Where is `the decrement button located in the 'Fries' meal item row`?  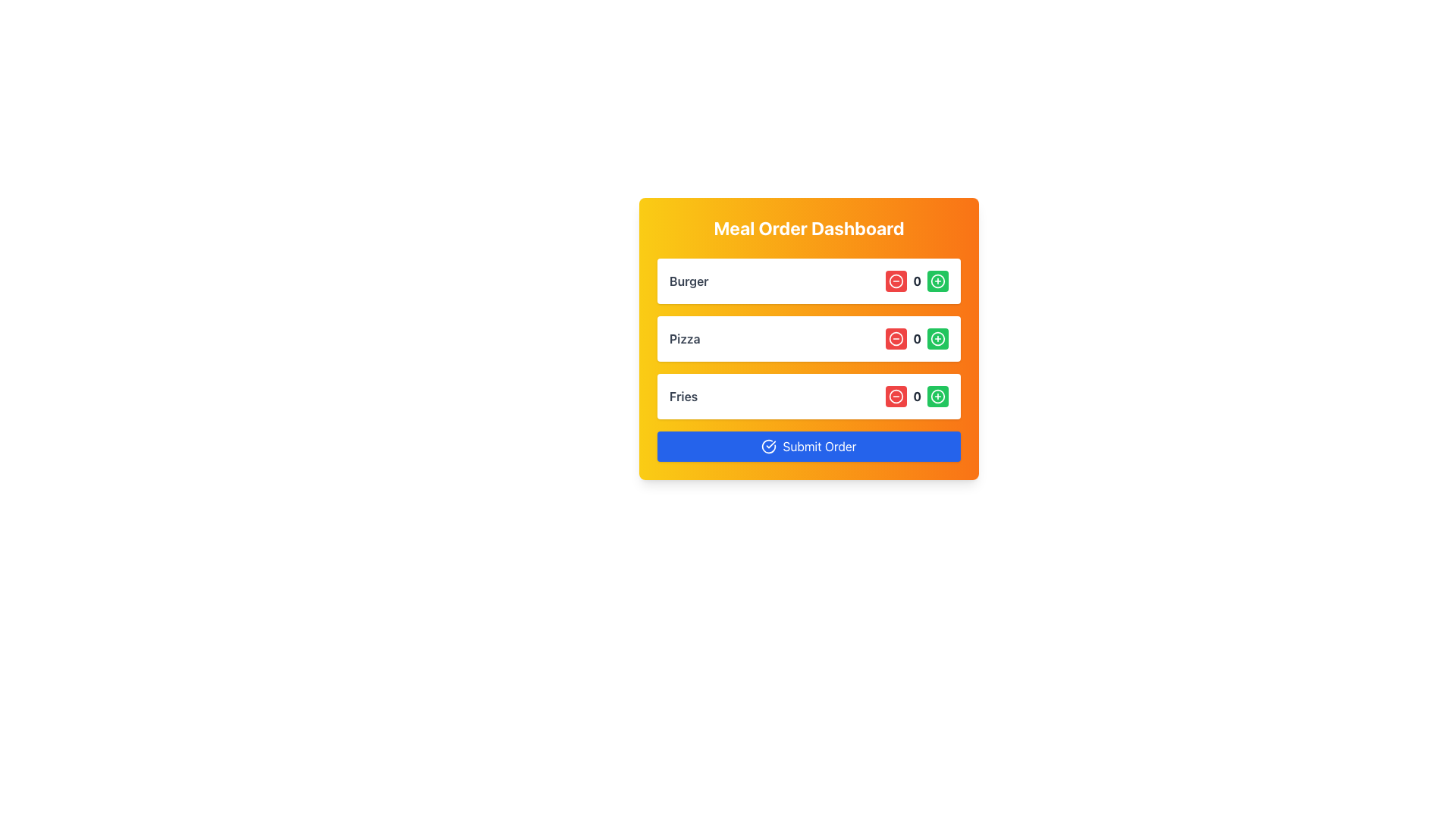
the decrement button located in the 'Fries' meal item row is located at coordinates (896, 396).